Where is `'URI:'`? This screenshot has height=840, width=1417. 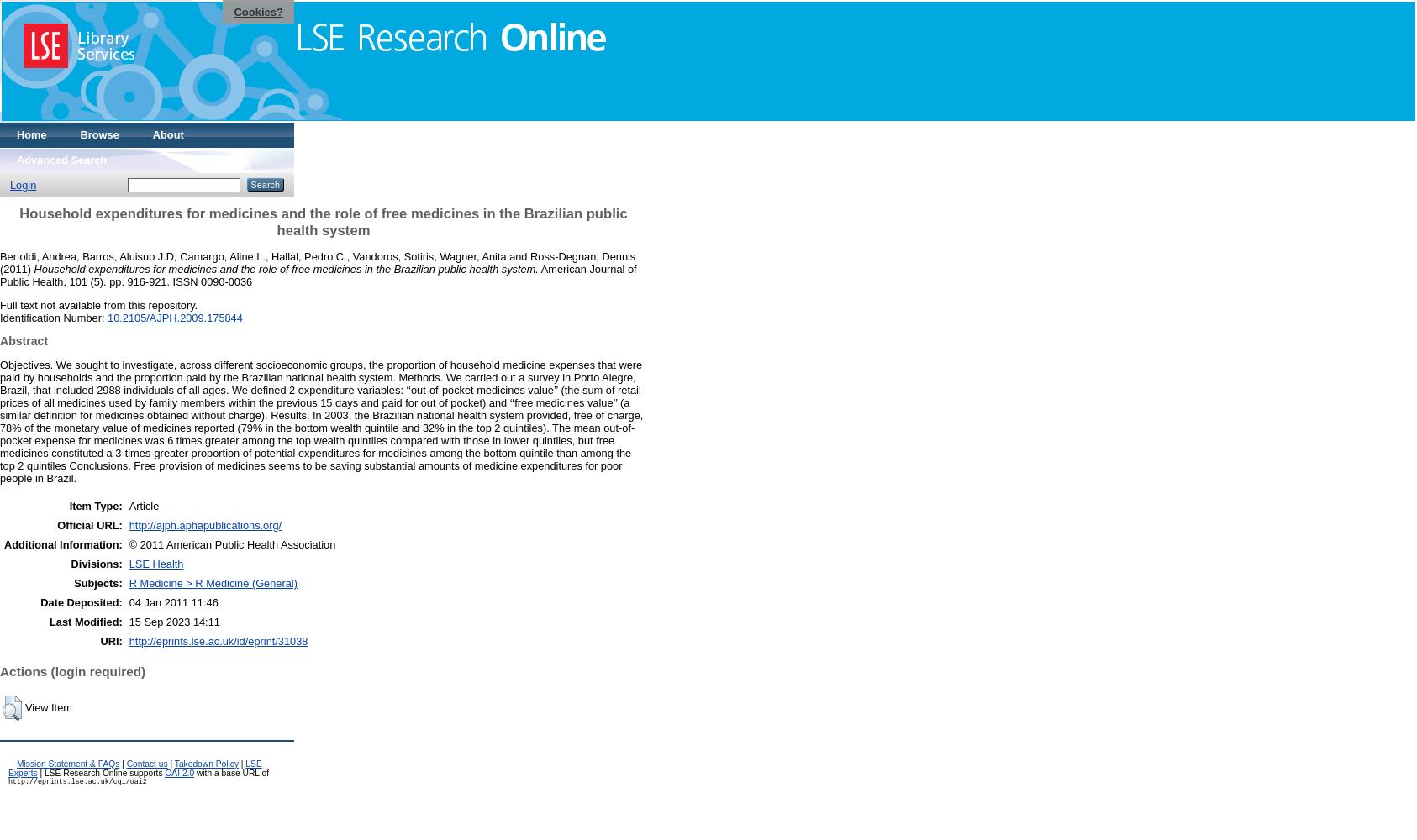 'URI:' is located at coordinates (99, 640).